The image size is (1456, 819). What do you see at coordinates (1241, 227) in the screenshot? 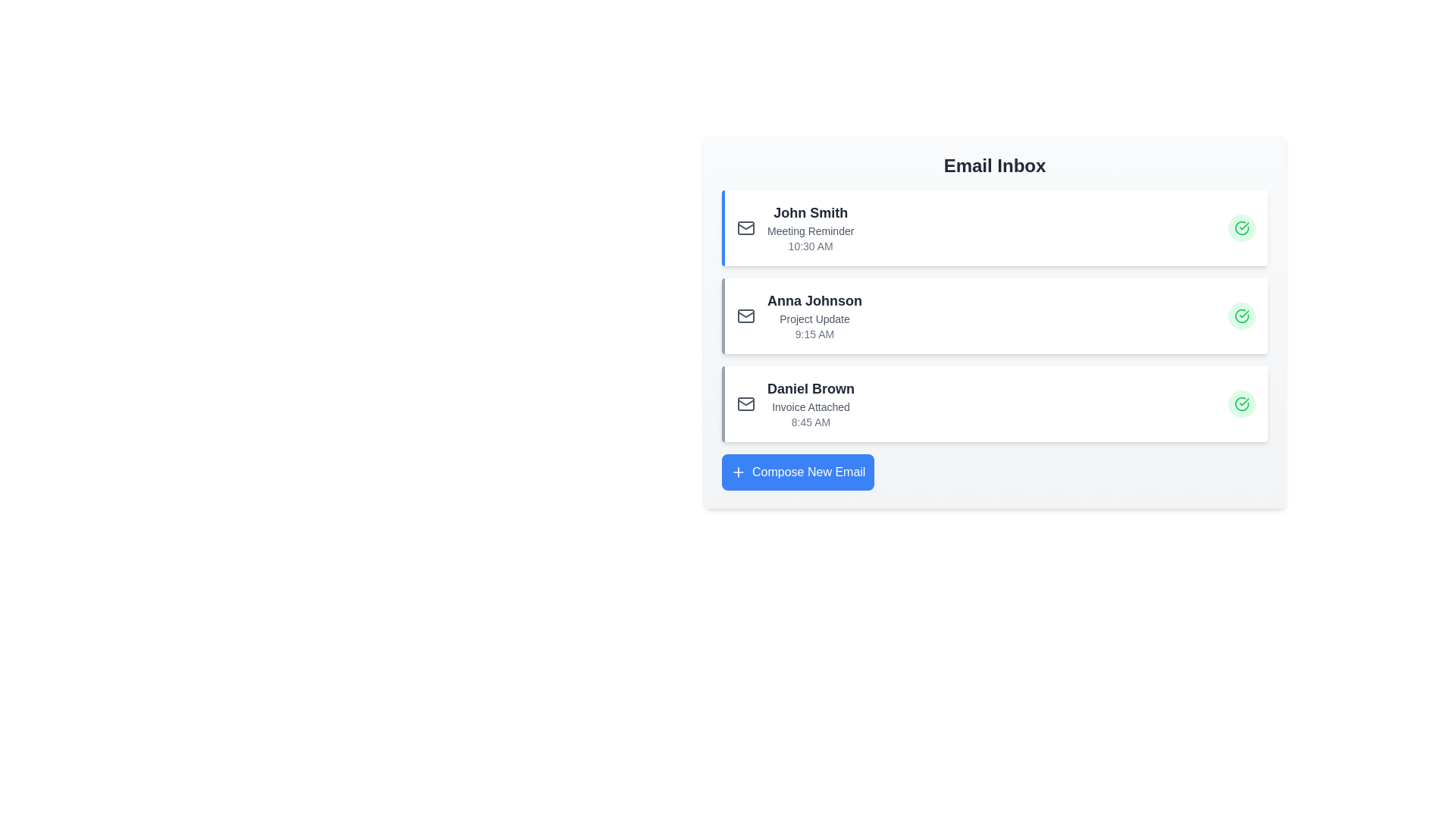
I see `the green check button for the email with the sender John Smith` at bounding box center [1241, 227].